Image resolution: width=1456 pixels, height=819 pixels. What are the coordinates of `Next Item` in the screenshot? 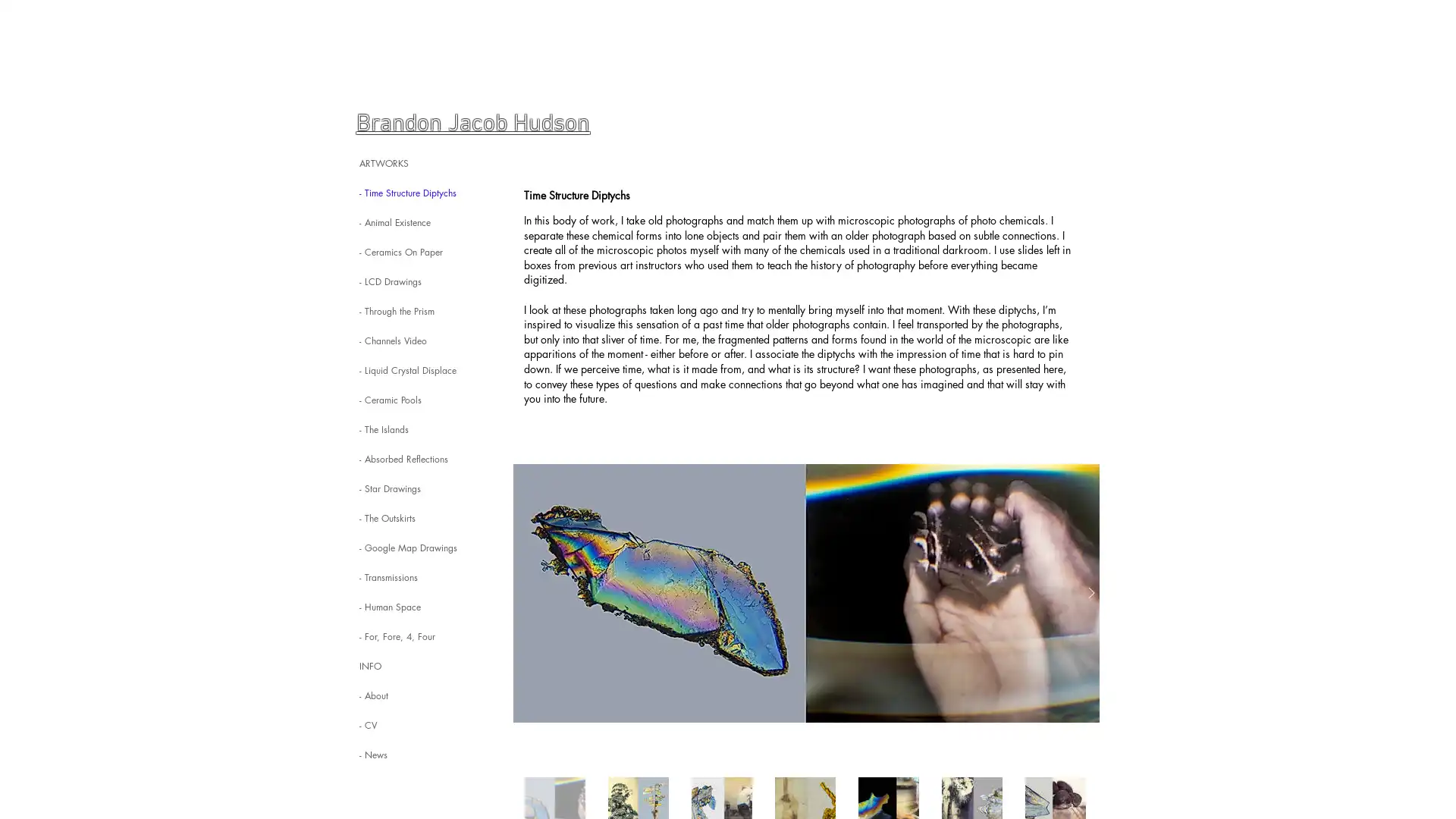 It's located at (1090, 591).